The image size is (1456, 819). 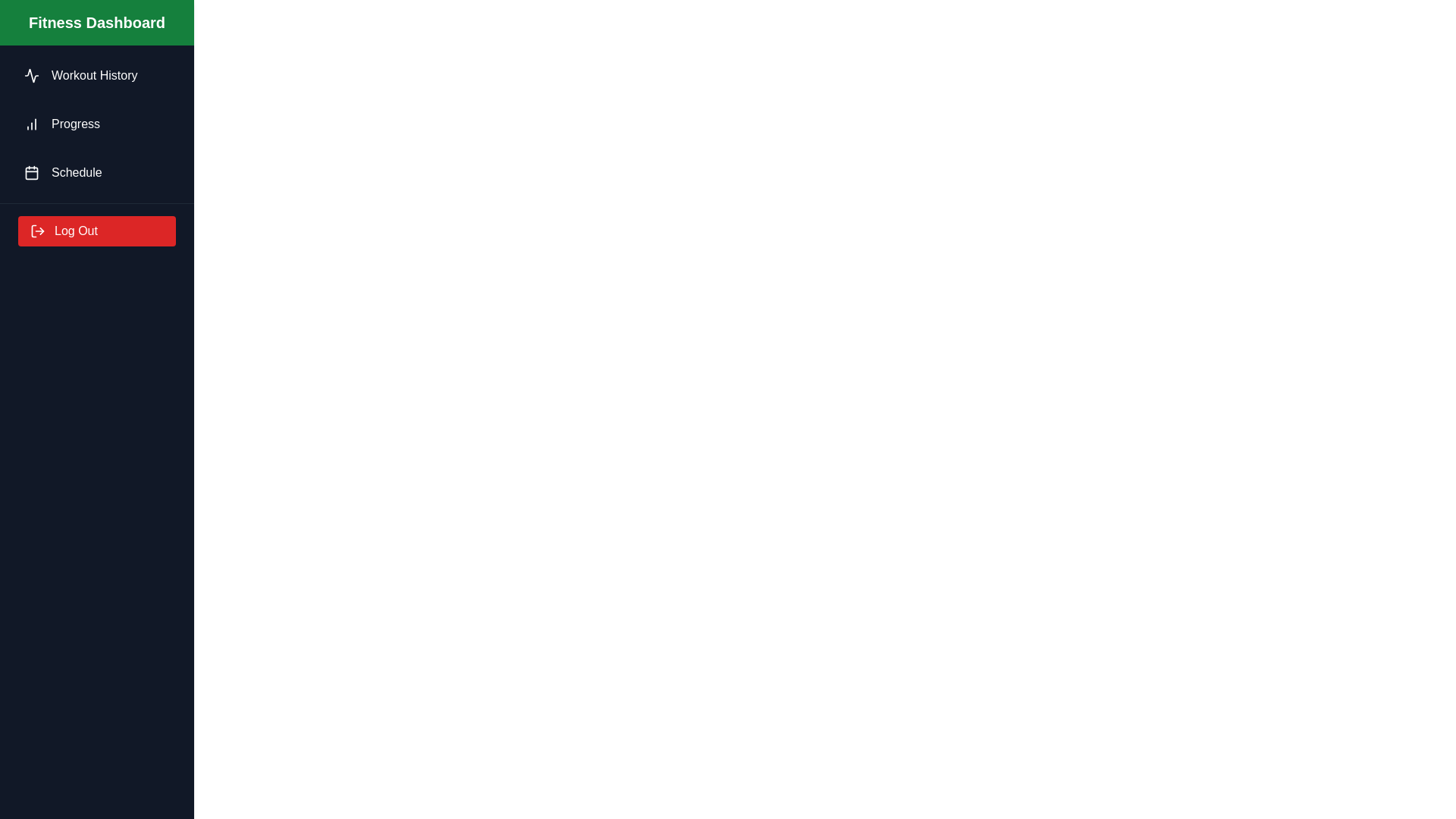 What do you see at coordinates (32, 124) in the screenshot?
I see `the leftmost icon in the vertical navigation menu adjacent to the text 'Progress'` at bounding box center [32, 124].